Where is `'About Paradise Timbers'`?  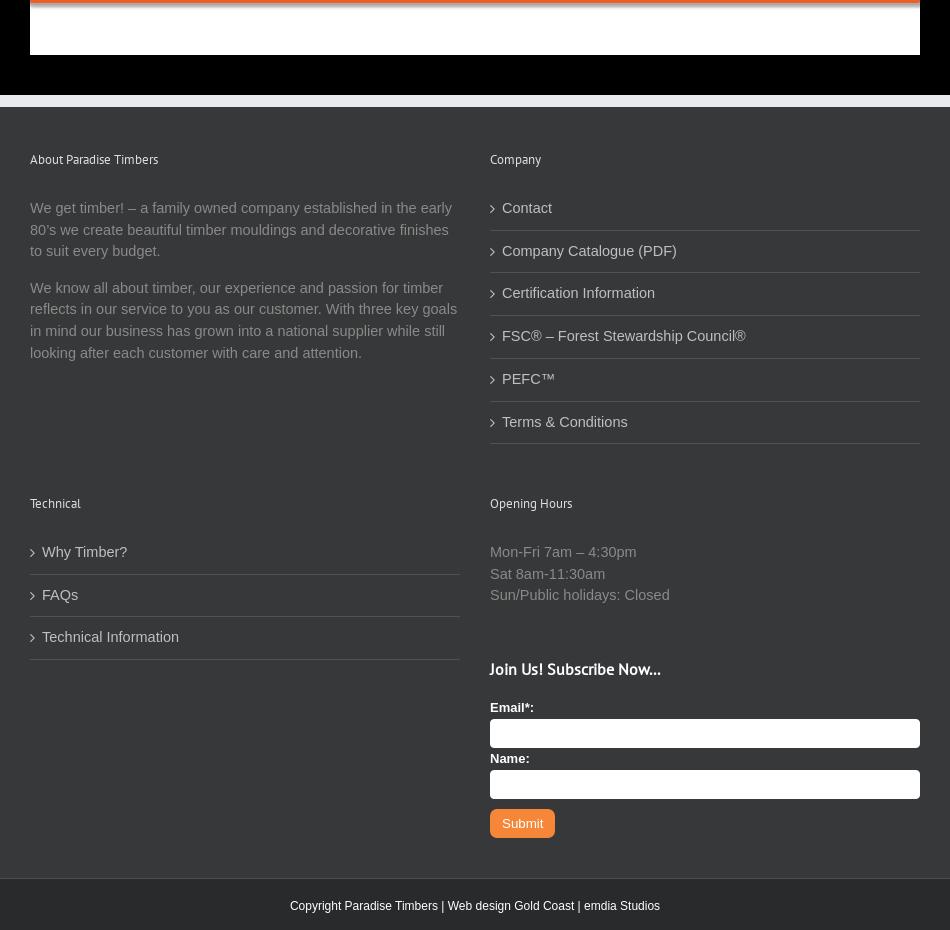
'About Paradise Timbers' is located at coordinates (93, 158).